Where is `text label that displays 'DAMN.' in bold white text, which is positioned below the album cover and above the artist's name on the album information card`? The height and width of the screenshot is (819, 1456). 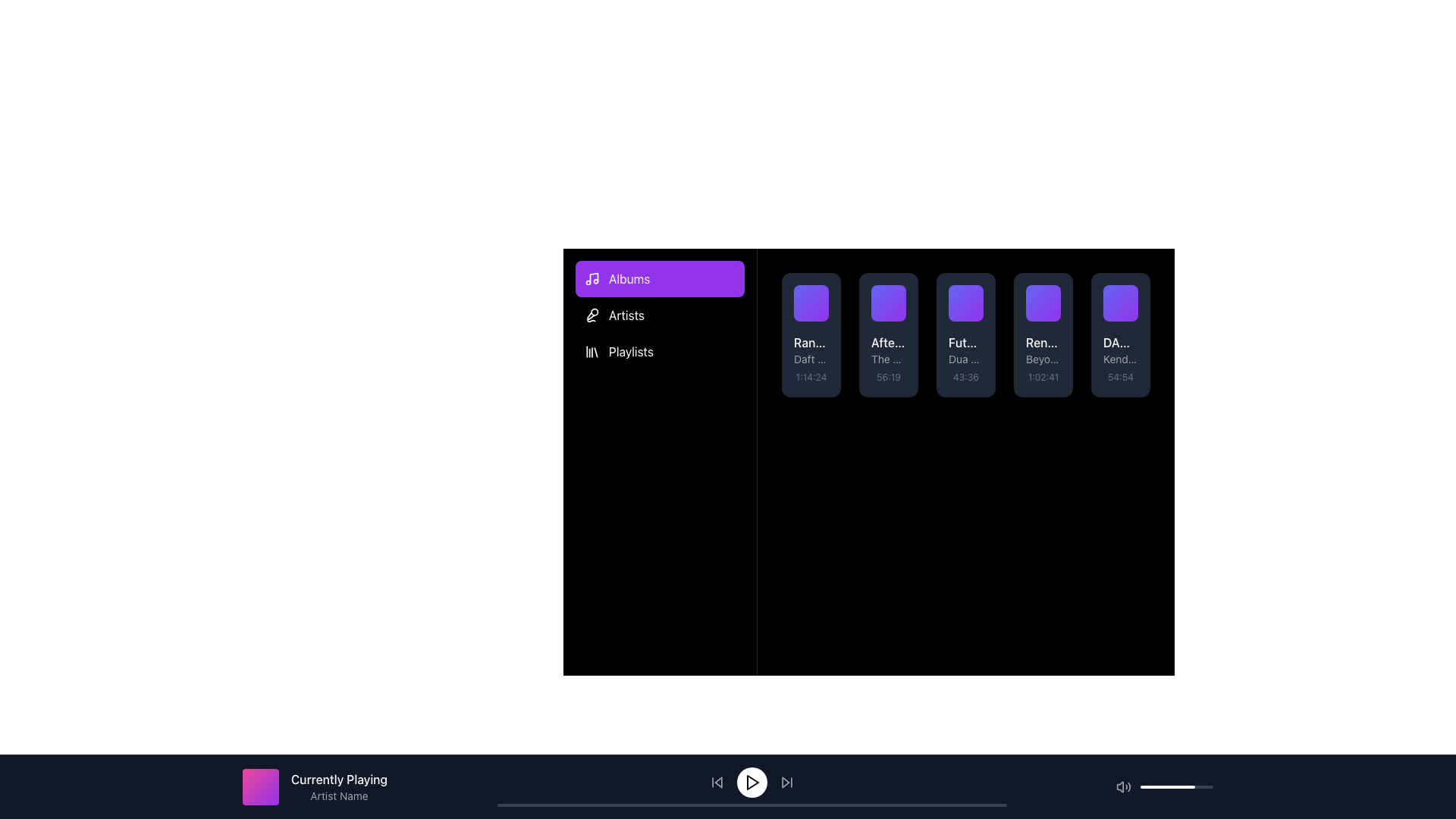 text label that displays 'DAMN.' in bold white text, which is positioned below the album cover and above the artist's name on the album information card is located at coordinates (1121, 342).